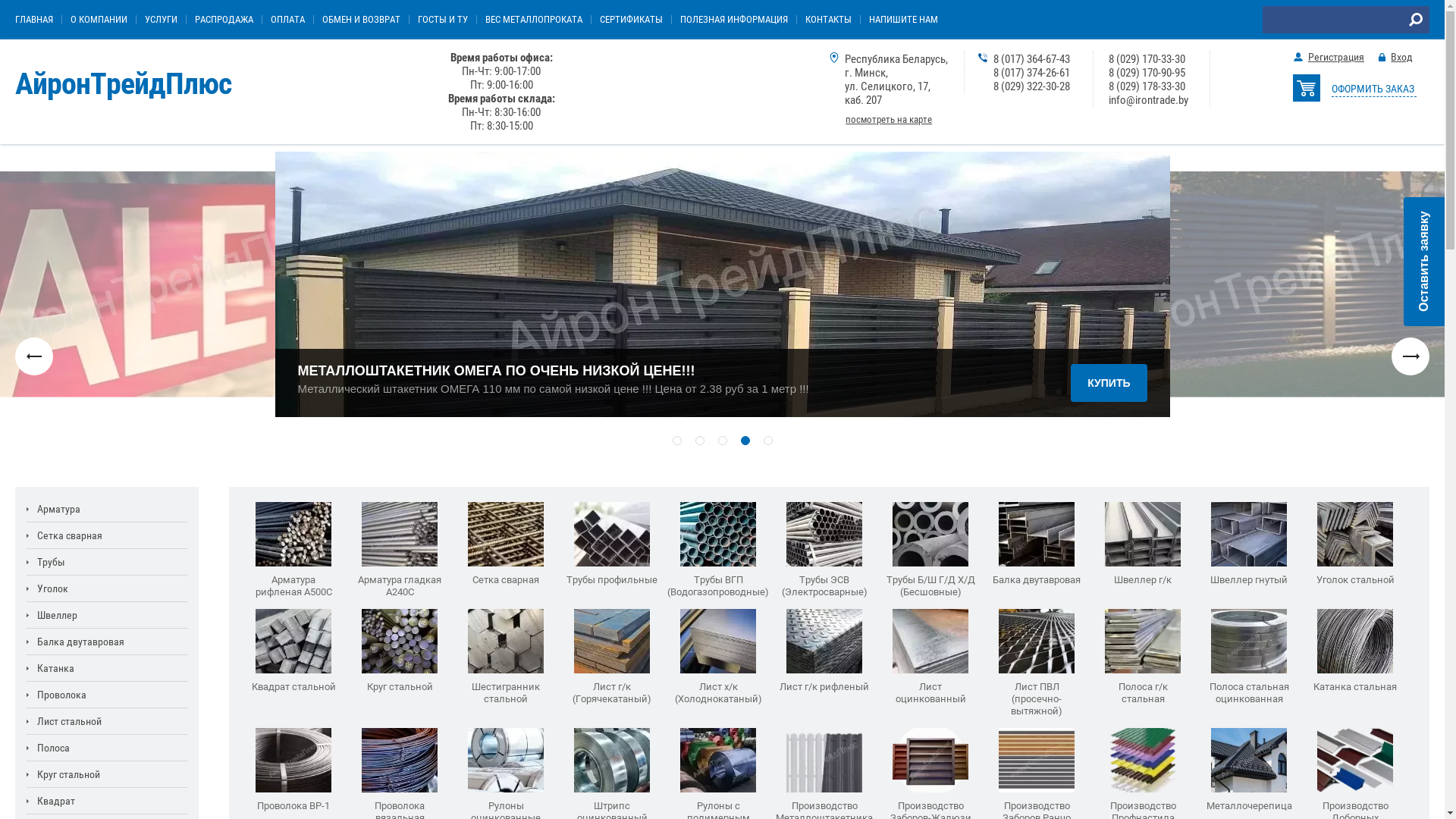 Image resolution: width=1456 pixels, height=819 pixels. Describe the element at coordinates (1109, 73) in the screenshot. I see `'8 (029) 170-90-95'` at that location.